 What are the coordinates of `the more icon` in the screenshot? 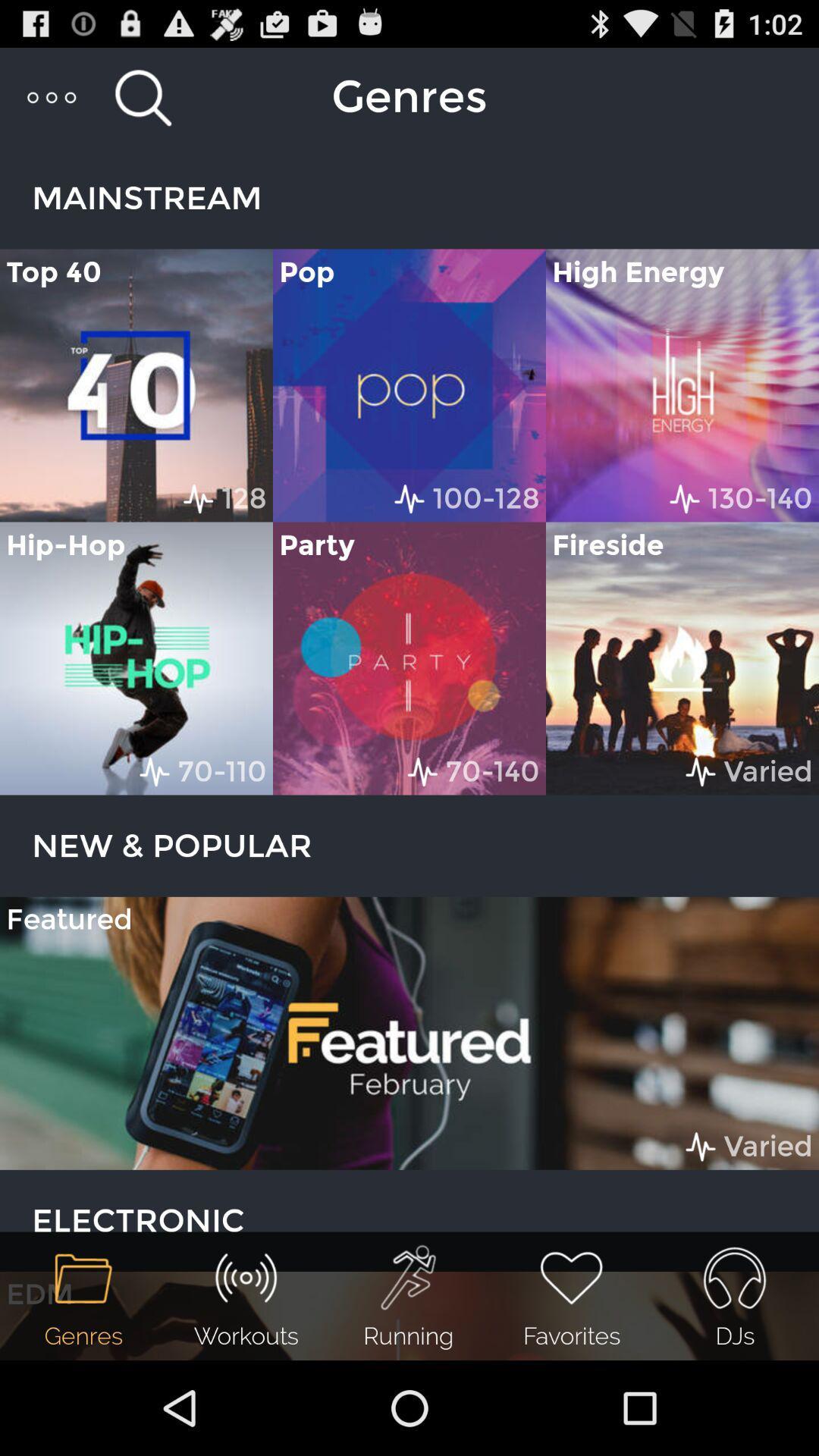 It's located at (52, 103).